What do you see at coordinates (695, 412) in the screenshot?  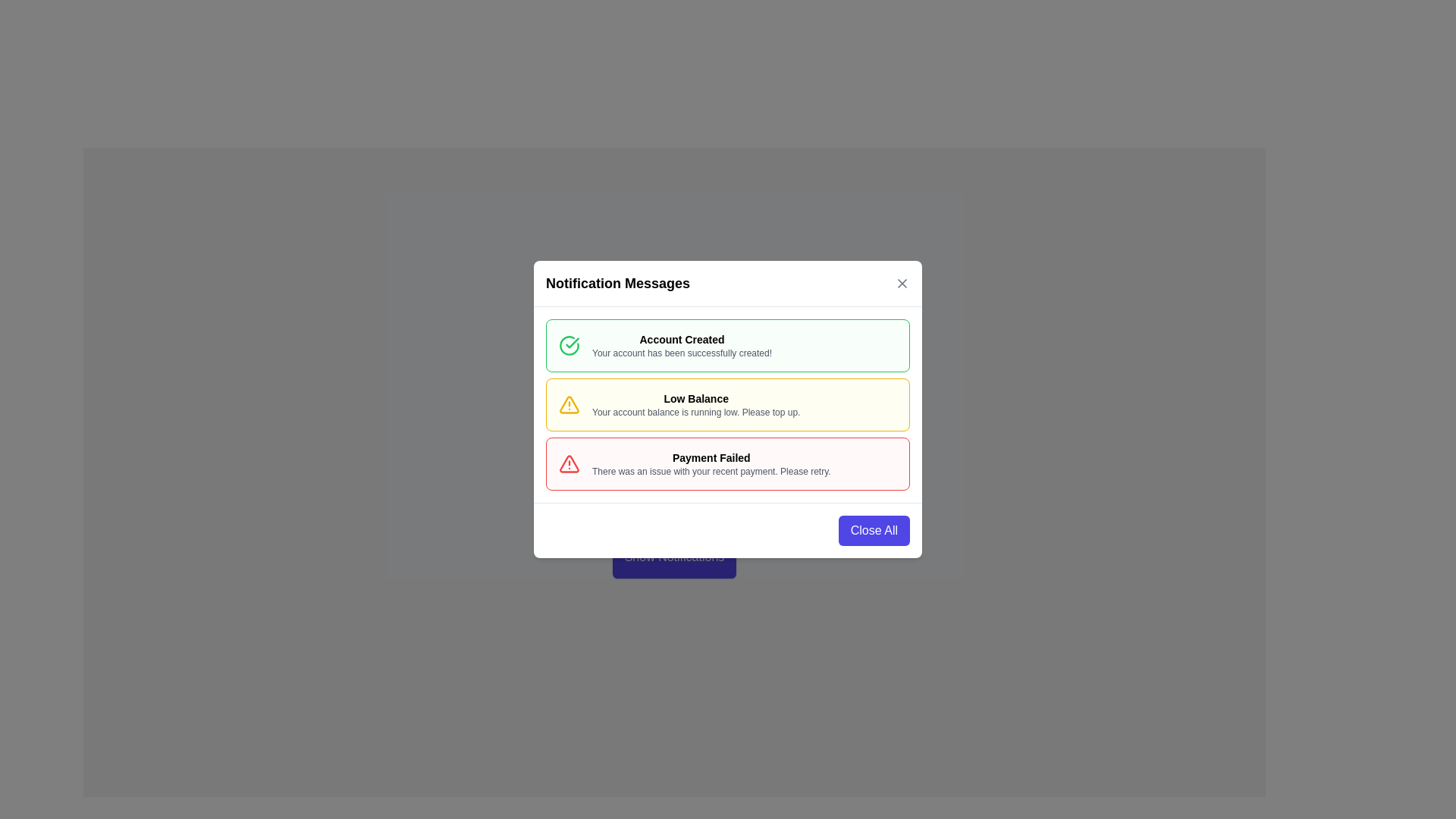 I see `message displayed in the text element that informs the user about their low account balance, located below the 'Low Balance' title in the yellow-highlighted notification card` at bounding box center [695, 412].